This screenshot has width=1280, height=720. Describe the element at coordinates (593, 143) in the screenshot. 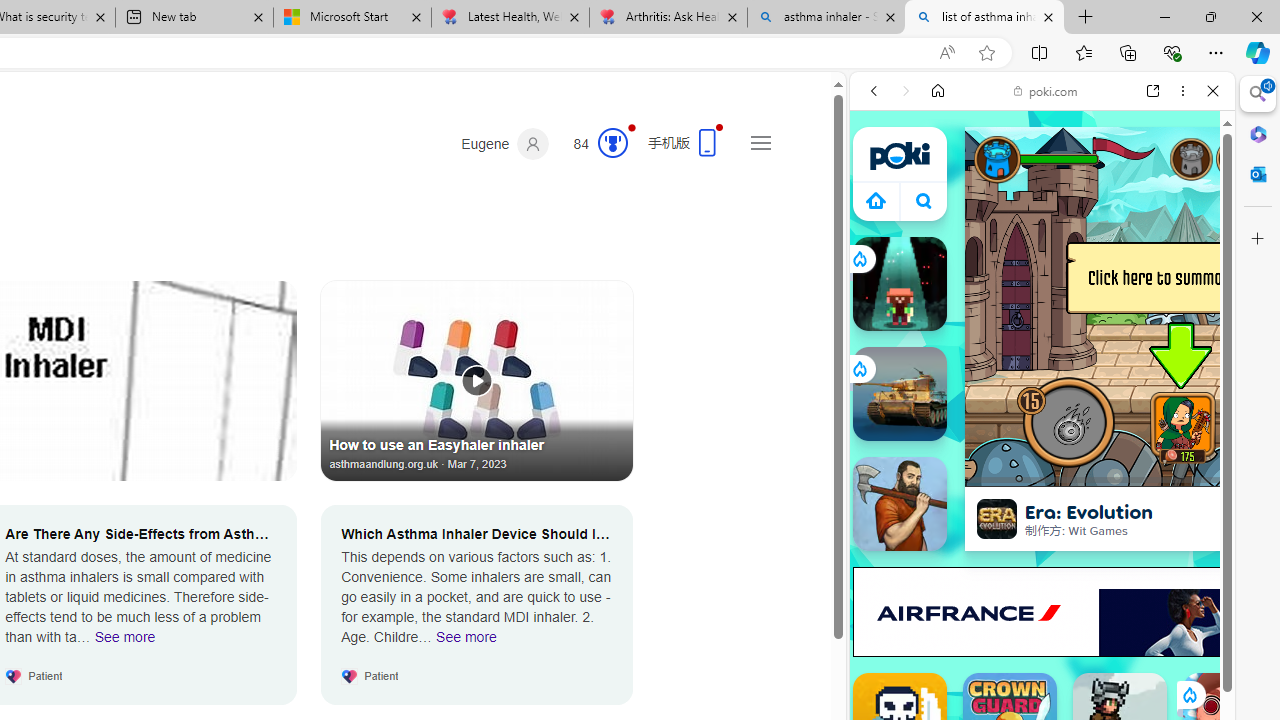

I see `'Microsoft Rewards 84'` at that location.